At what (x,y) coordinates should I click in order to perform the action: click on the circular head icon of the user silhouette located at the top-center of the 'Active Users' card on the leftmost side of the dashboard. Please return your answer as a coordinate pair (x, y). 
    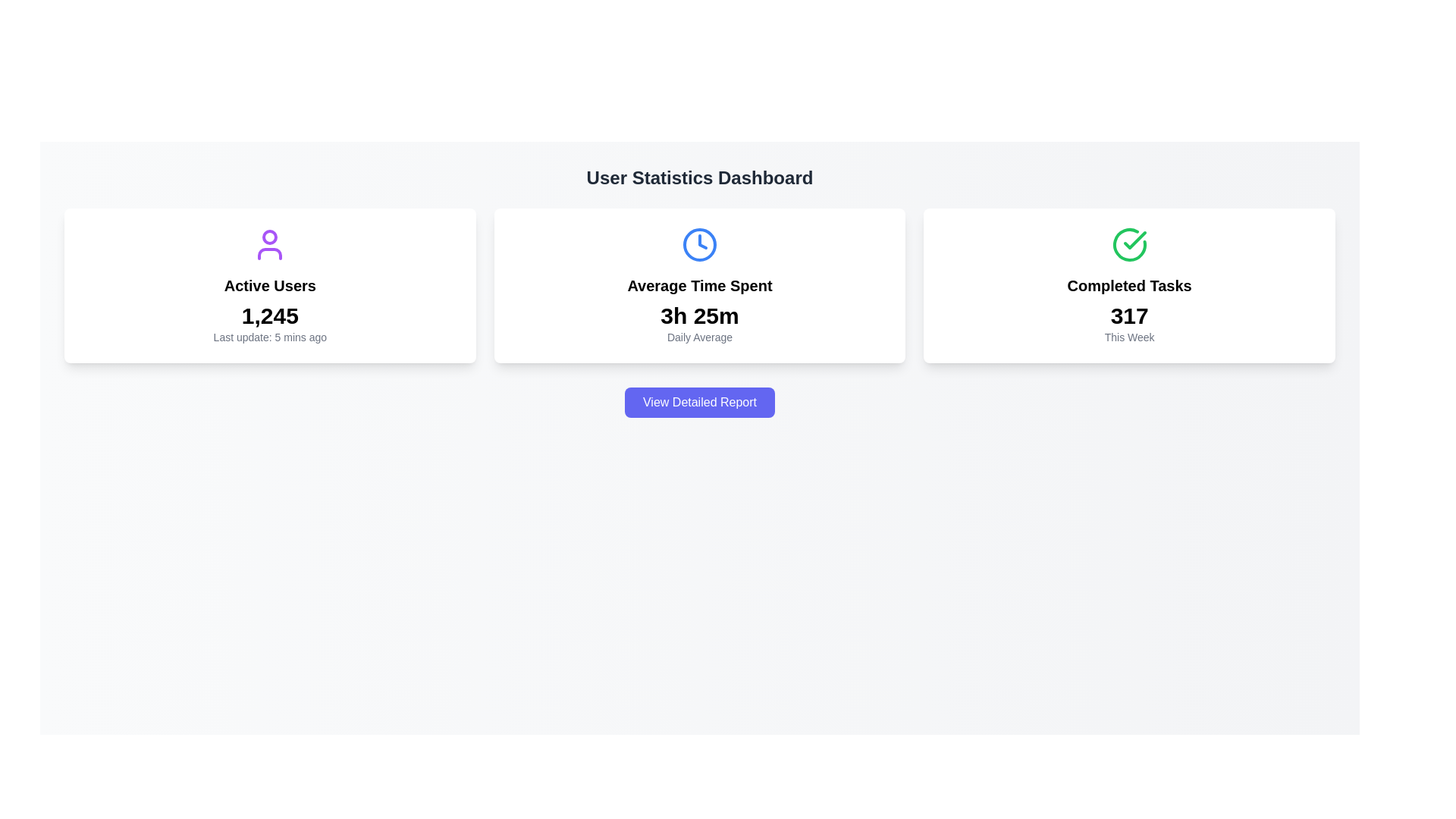
    Looking at the image, I should click on (270, 237).